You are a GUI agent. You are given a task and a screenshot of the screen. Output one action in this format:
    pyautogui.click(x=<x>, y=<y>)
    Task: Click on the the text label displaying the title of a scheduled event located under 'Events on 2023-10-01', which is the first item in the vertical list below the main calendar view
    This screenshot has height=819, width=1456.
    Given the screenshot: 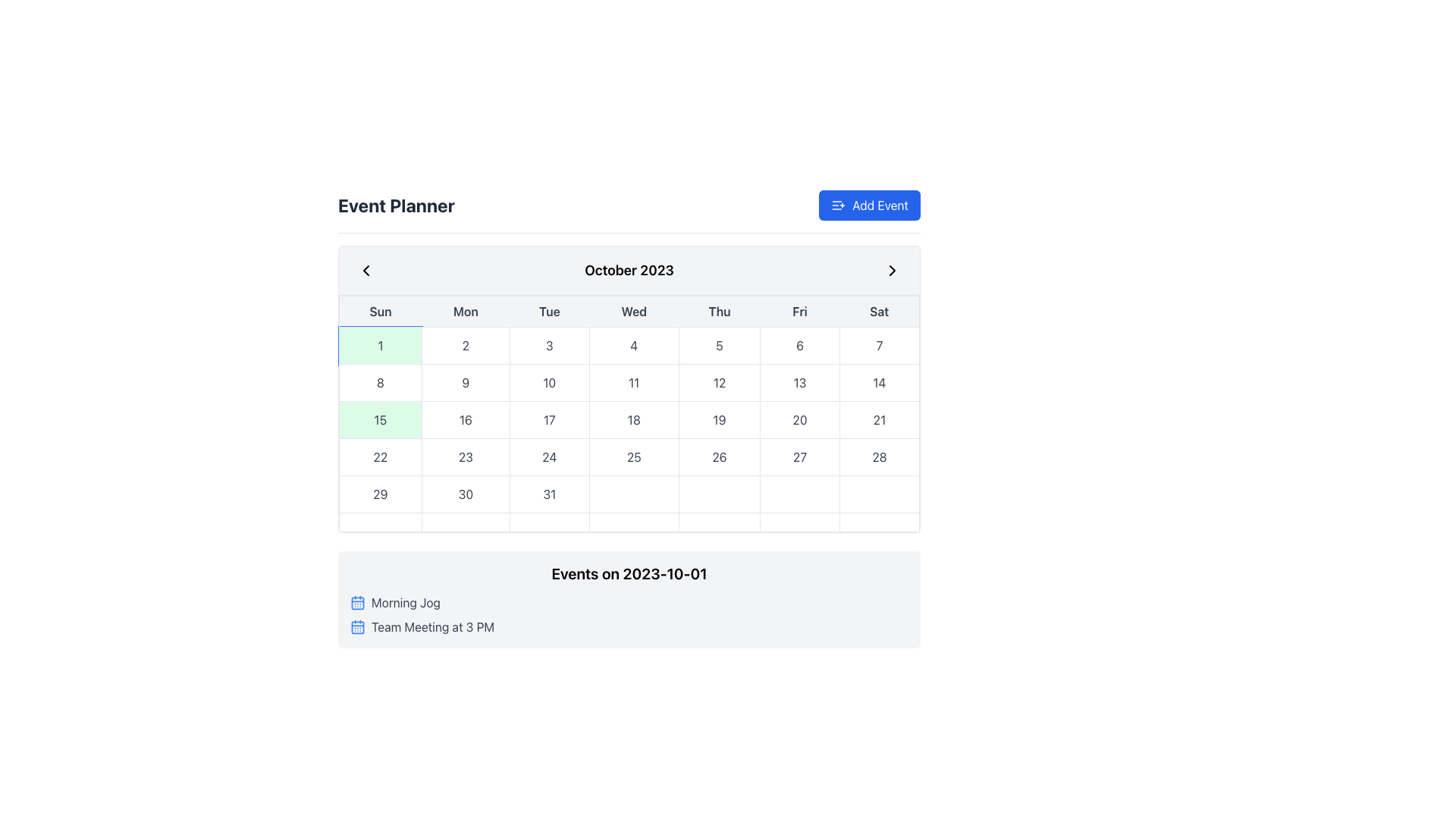 What is the action you would take?
    pyautogui.click(x=406, y=601)
    